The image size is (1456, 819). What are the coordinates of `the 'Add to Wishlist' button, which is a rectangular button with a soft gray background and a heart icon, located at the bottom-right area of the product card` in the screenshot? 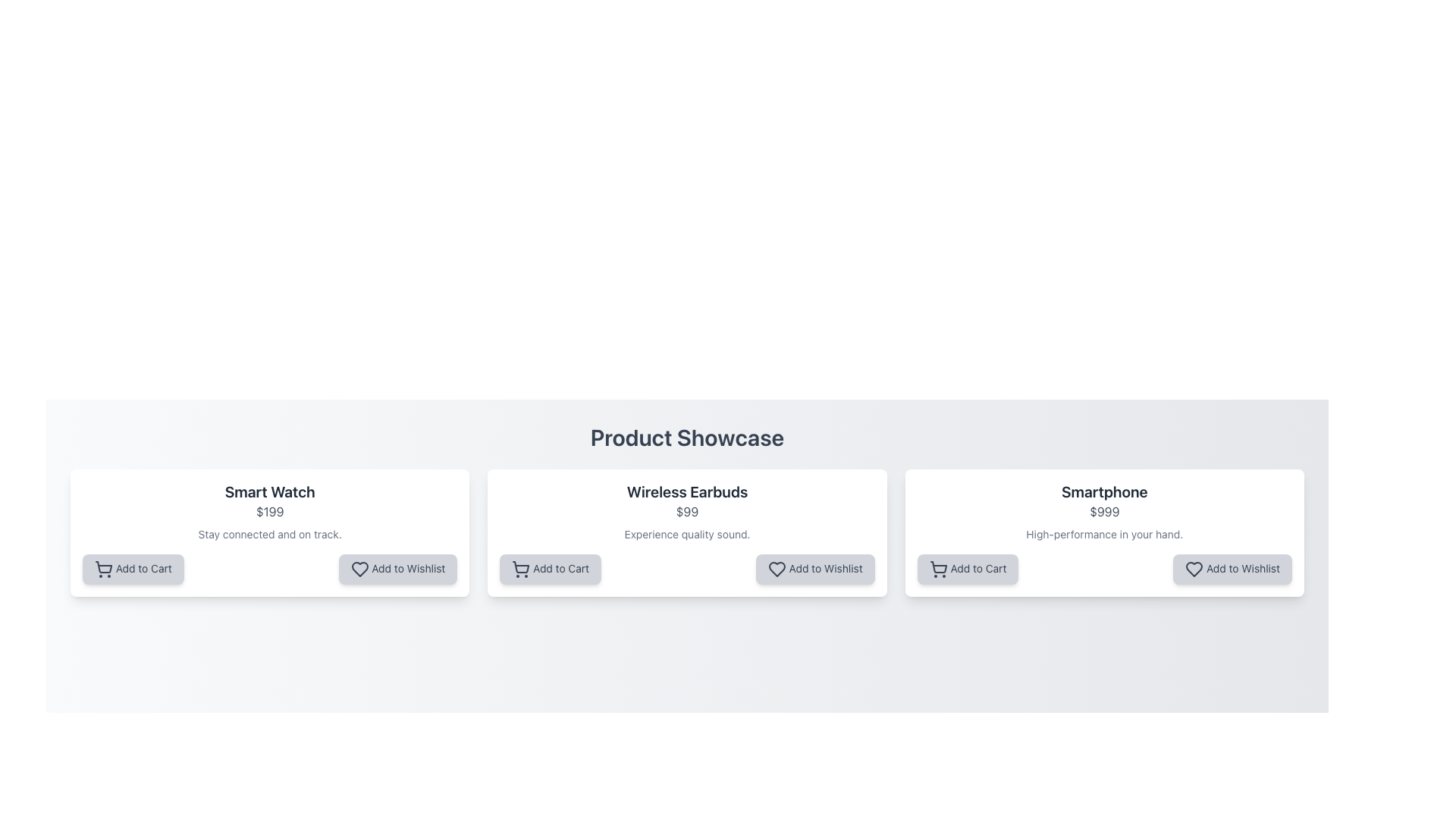 It's located at (1232, 570).